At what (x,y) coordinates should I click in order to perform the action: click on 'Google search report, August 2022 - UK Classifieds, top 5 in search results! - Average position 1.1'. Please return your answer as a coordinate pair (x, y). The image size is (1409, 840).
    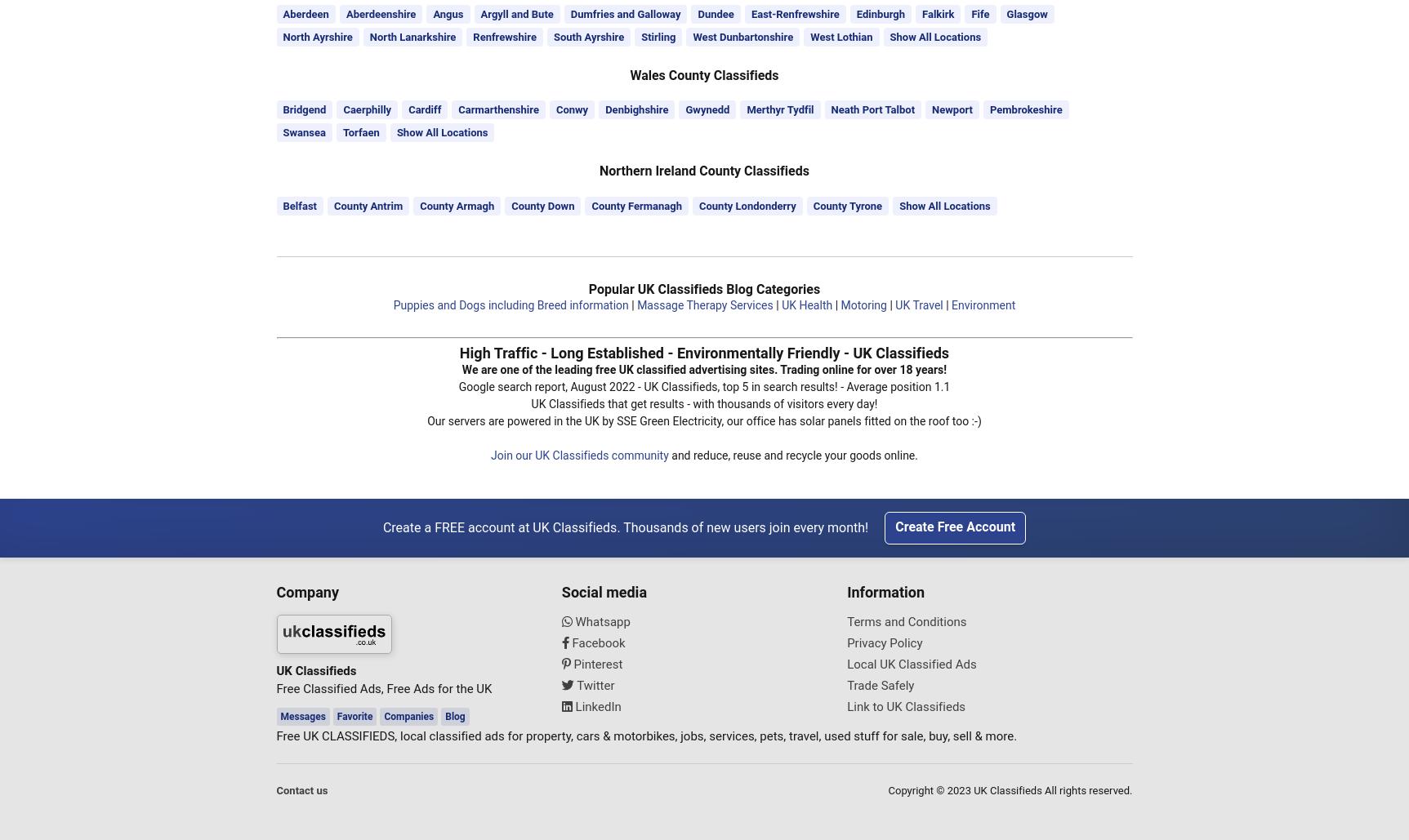
    Looking at the image, I should click on (457, 385).